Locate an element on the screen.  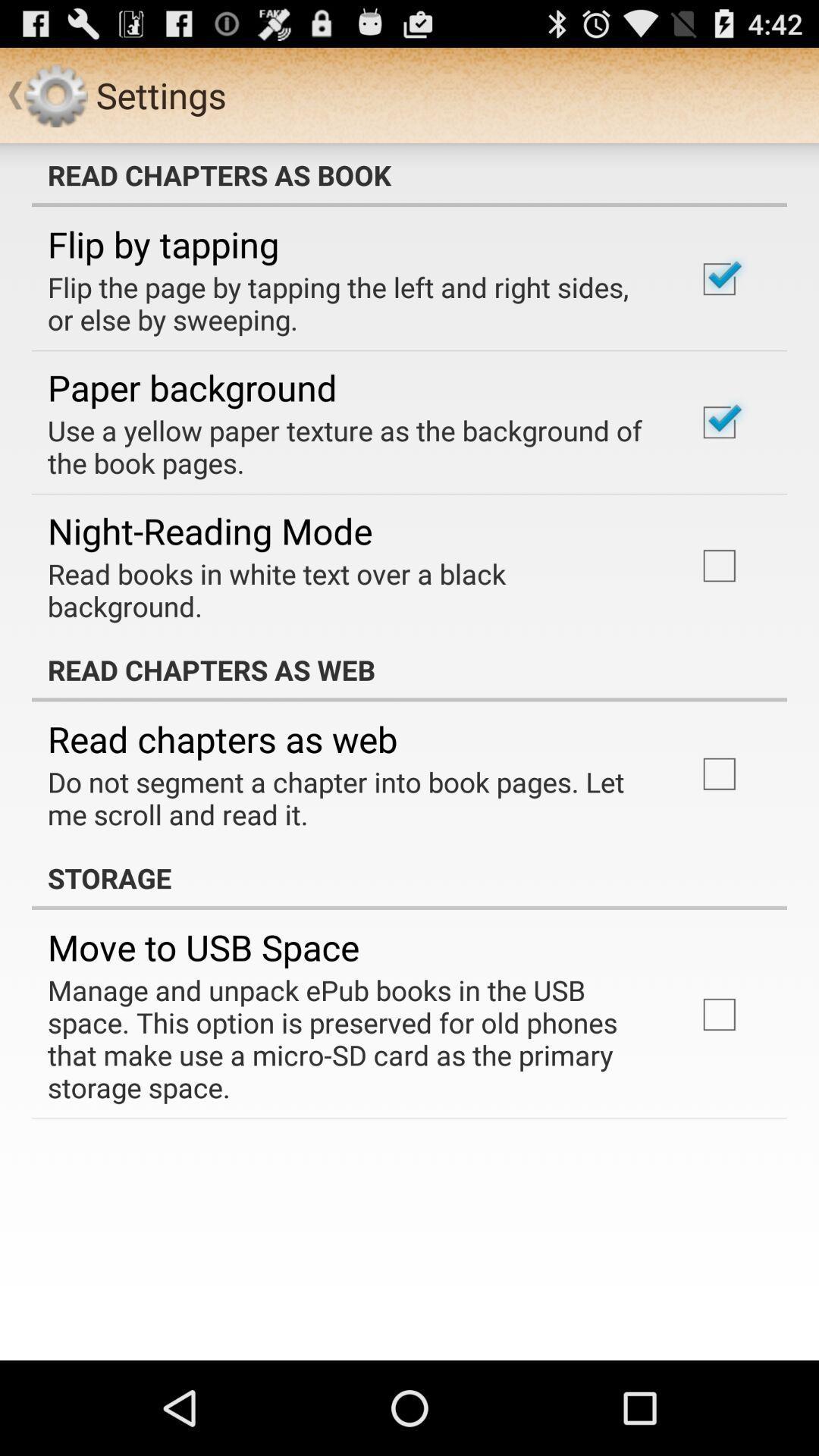
item below storage icon is located at coordinates (202, 946).